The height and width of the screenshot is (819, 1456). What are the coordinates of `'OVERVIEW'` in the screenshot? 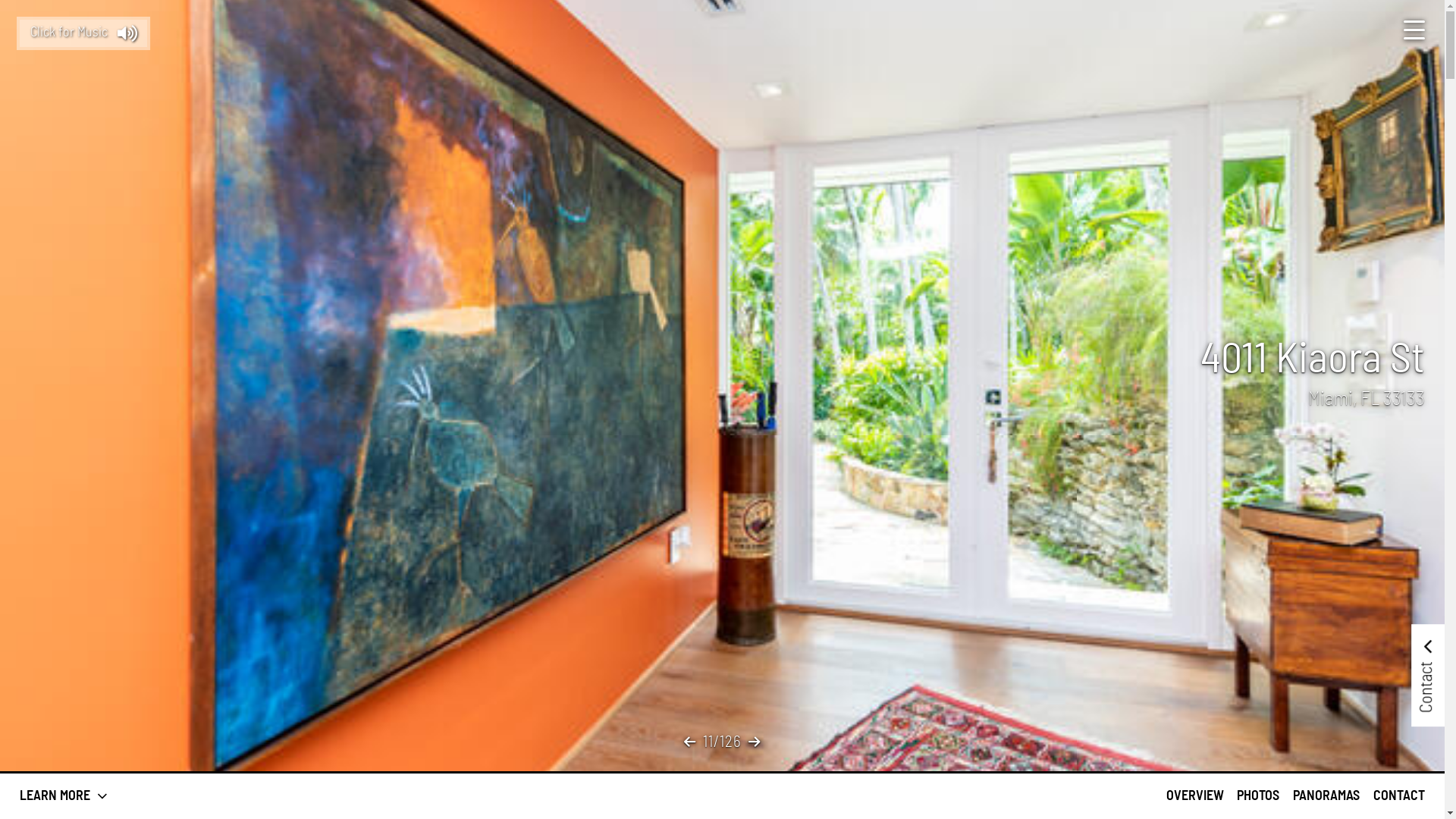 It's located at (1165, 795).